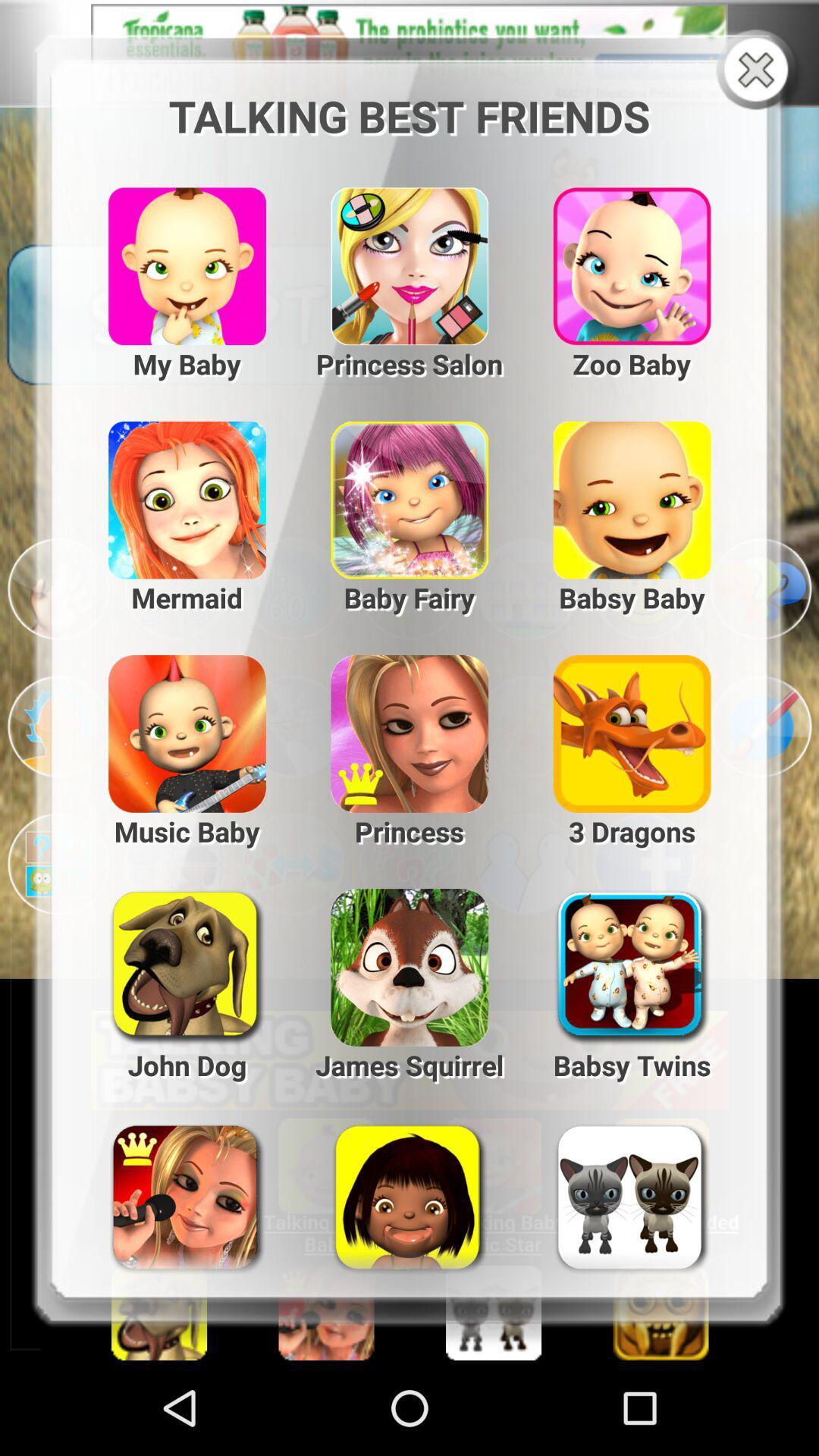  What do you see at coordinates (759, 76) in the screenshot?
I see `the close icon` at bounding box center [759, 76].